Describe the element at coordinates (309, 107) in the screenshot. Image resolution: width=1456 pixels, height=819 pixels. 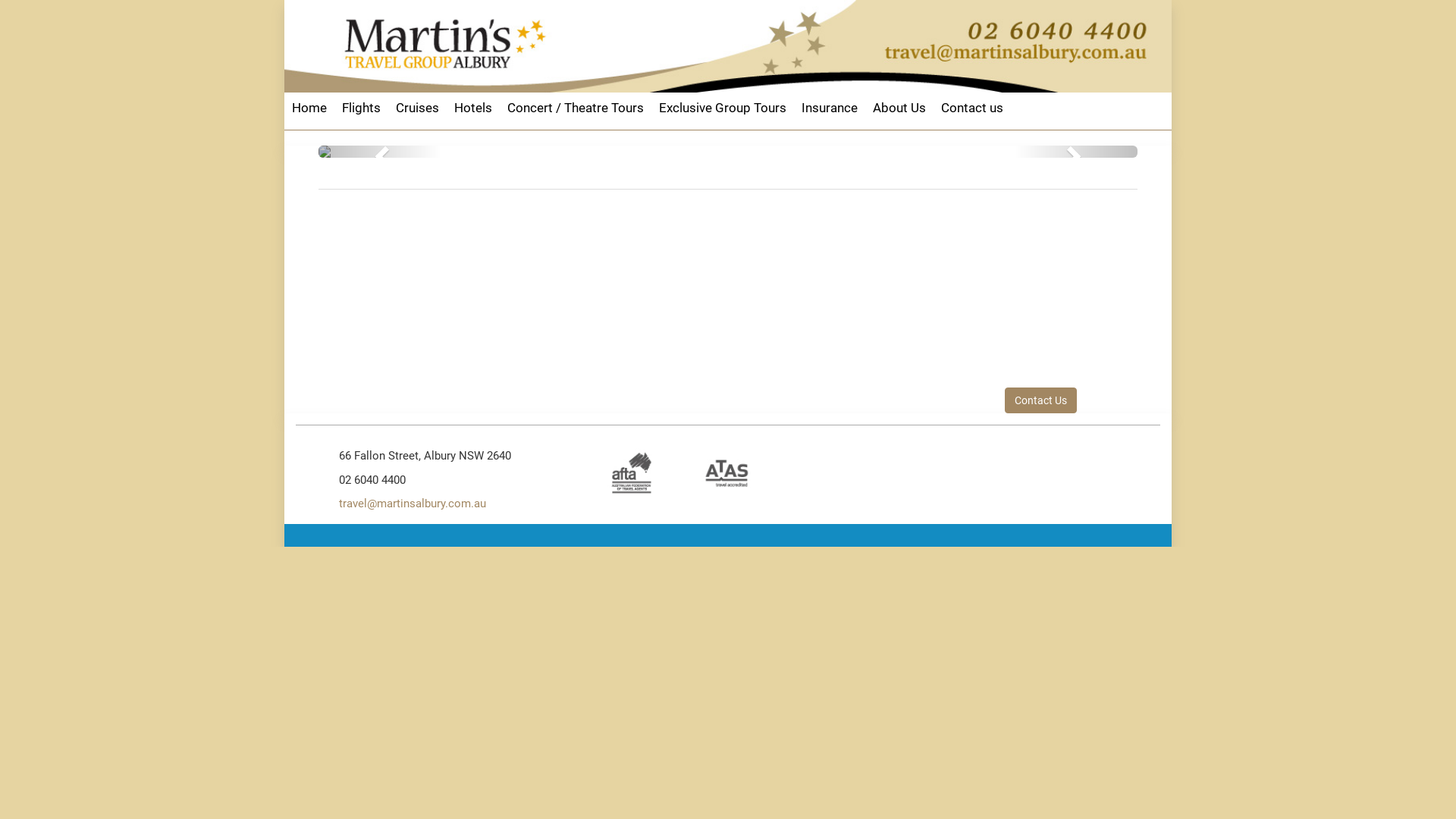
I see `'Home'` at that location.